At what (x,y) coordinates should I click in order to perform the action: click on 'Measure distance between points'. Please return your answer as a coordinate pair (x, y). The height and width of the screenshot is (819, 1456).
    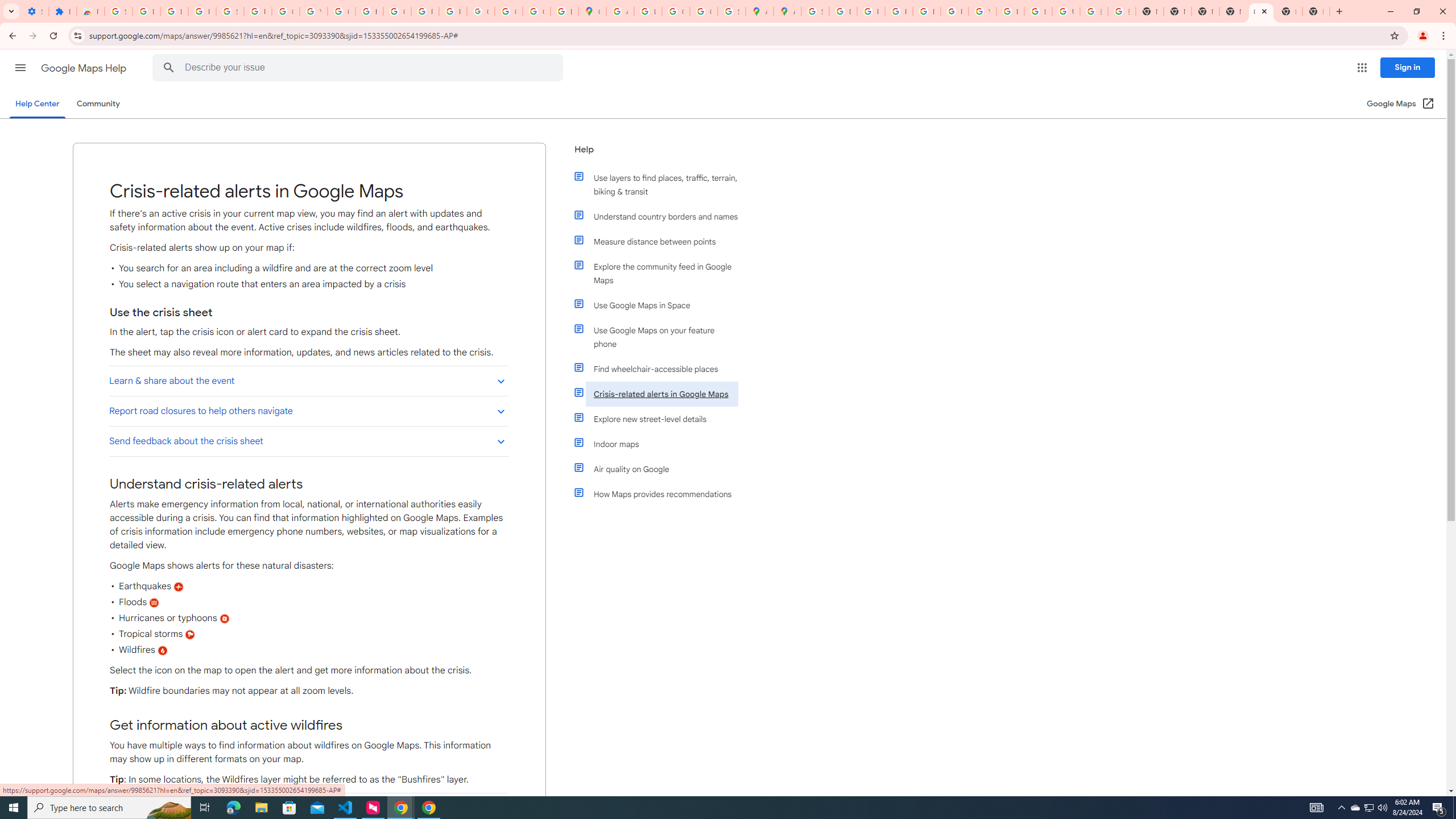
    Looking at the image, I should click on (661, 241).